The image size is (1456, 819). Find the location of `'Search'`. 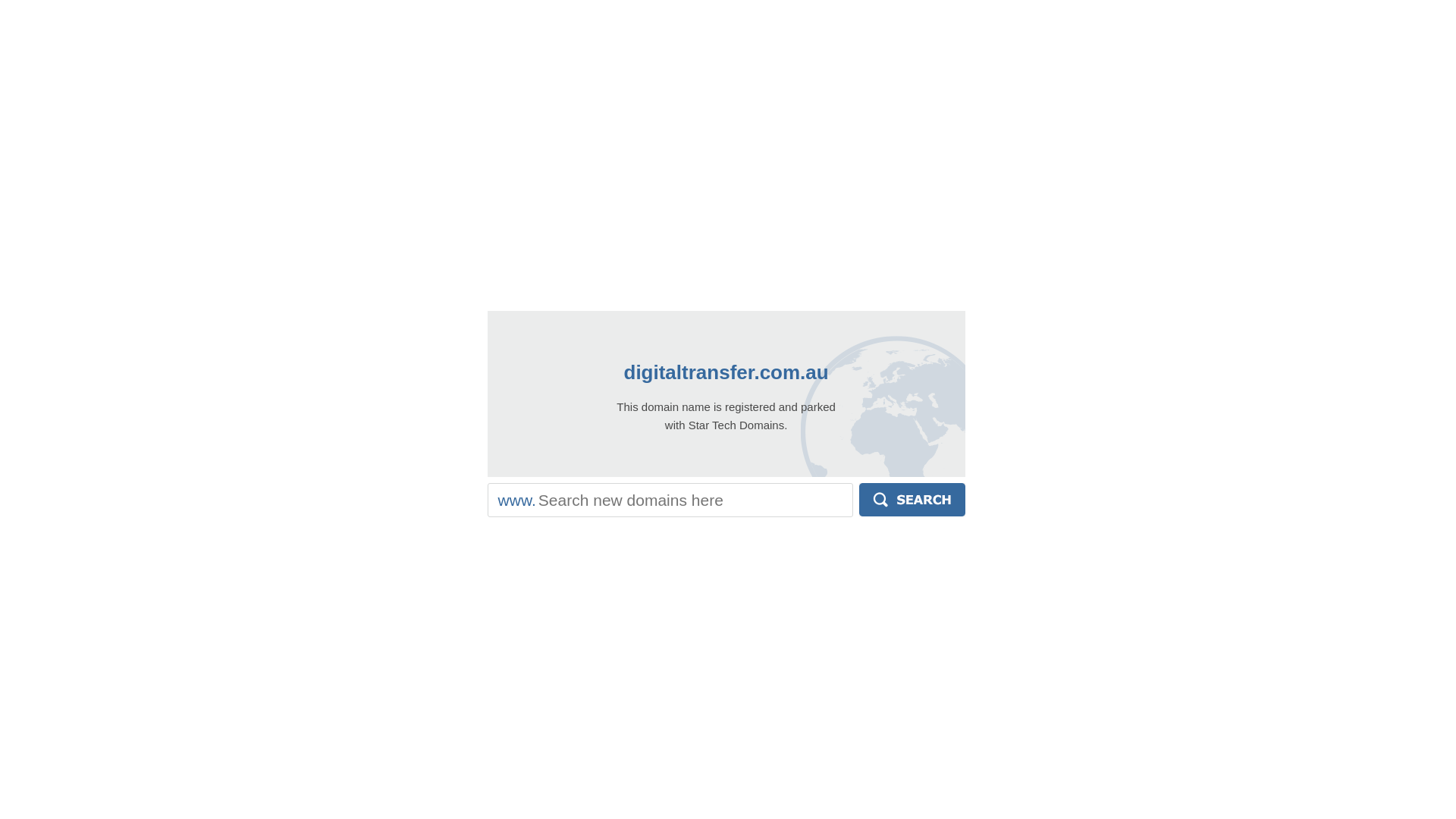

'Search' is located at coordinates (912, 500).